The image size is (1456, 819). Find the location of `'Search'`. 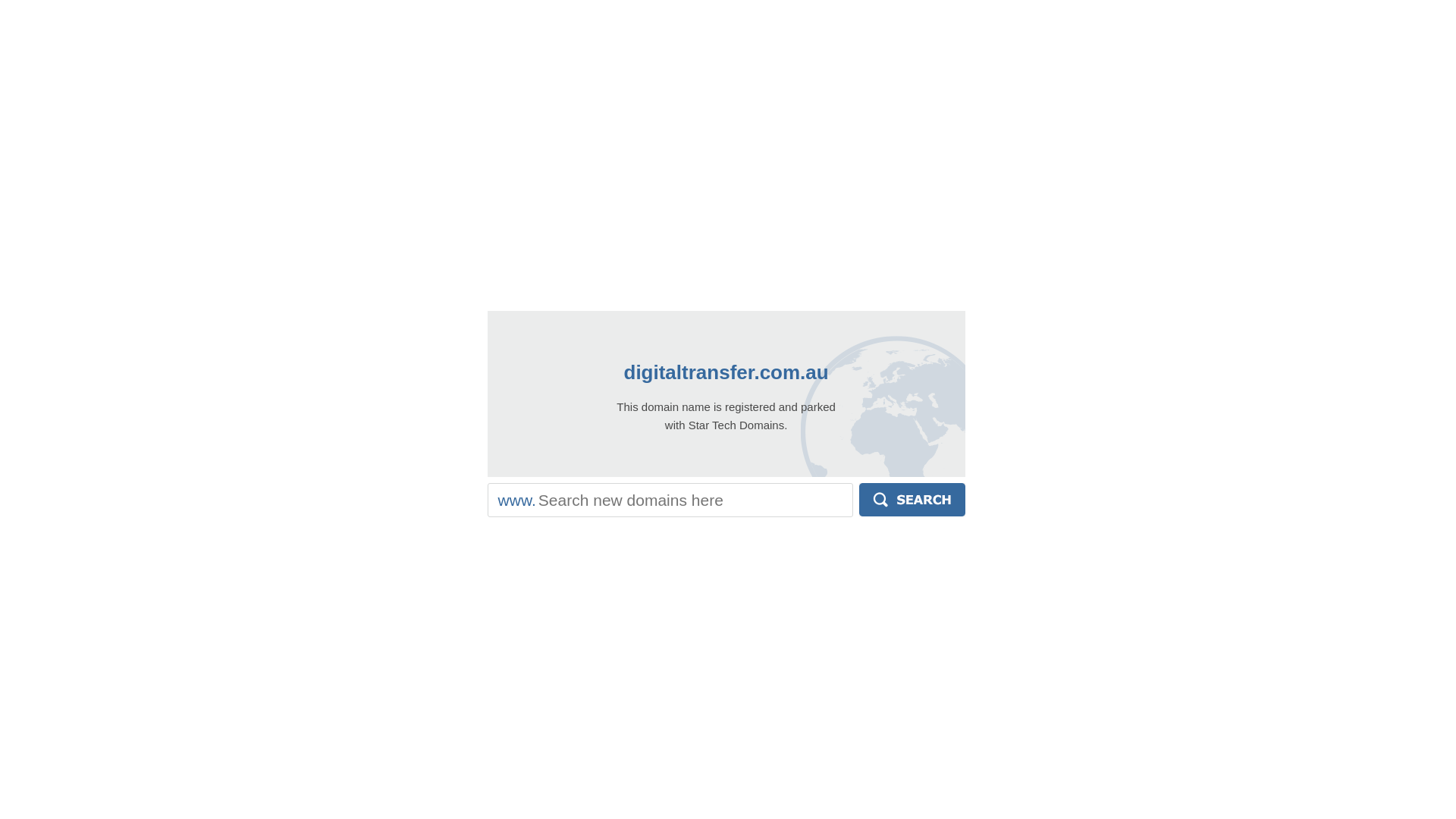

'Search' is located at coordinates (912, 500).